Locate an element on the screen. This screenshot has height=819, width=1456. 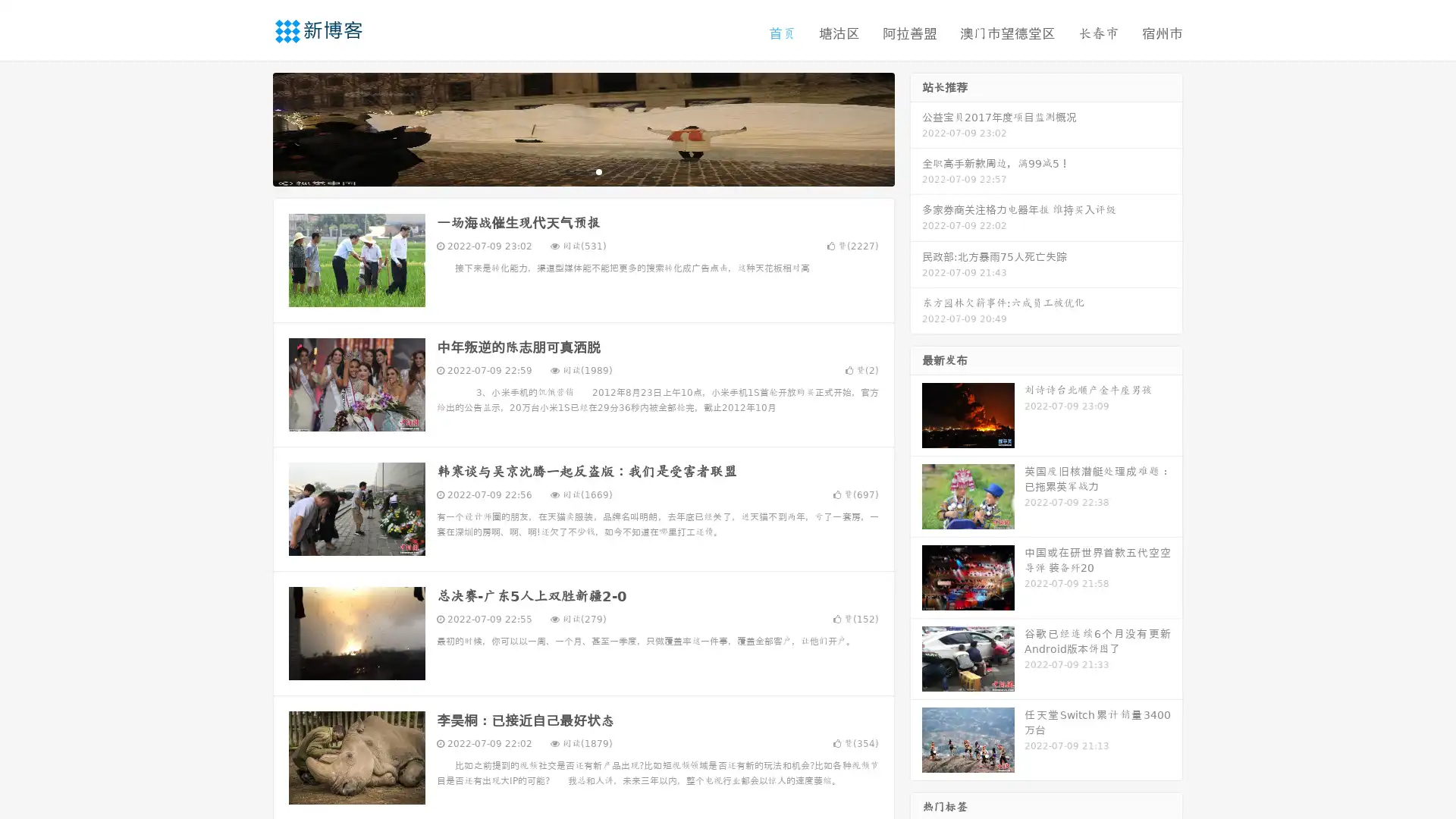
Go to slide 3 is located at coordinates (598, 171).